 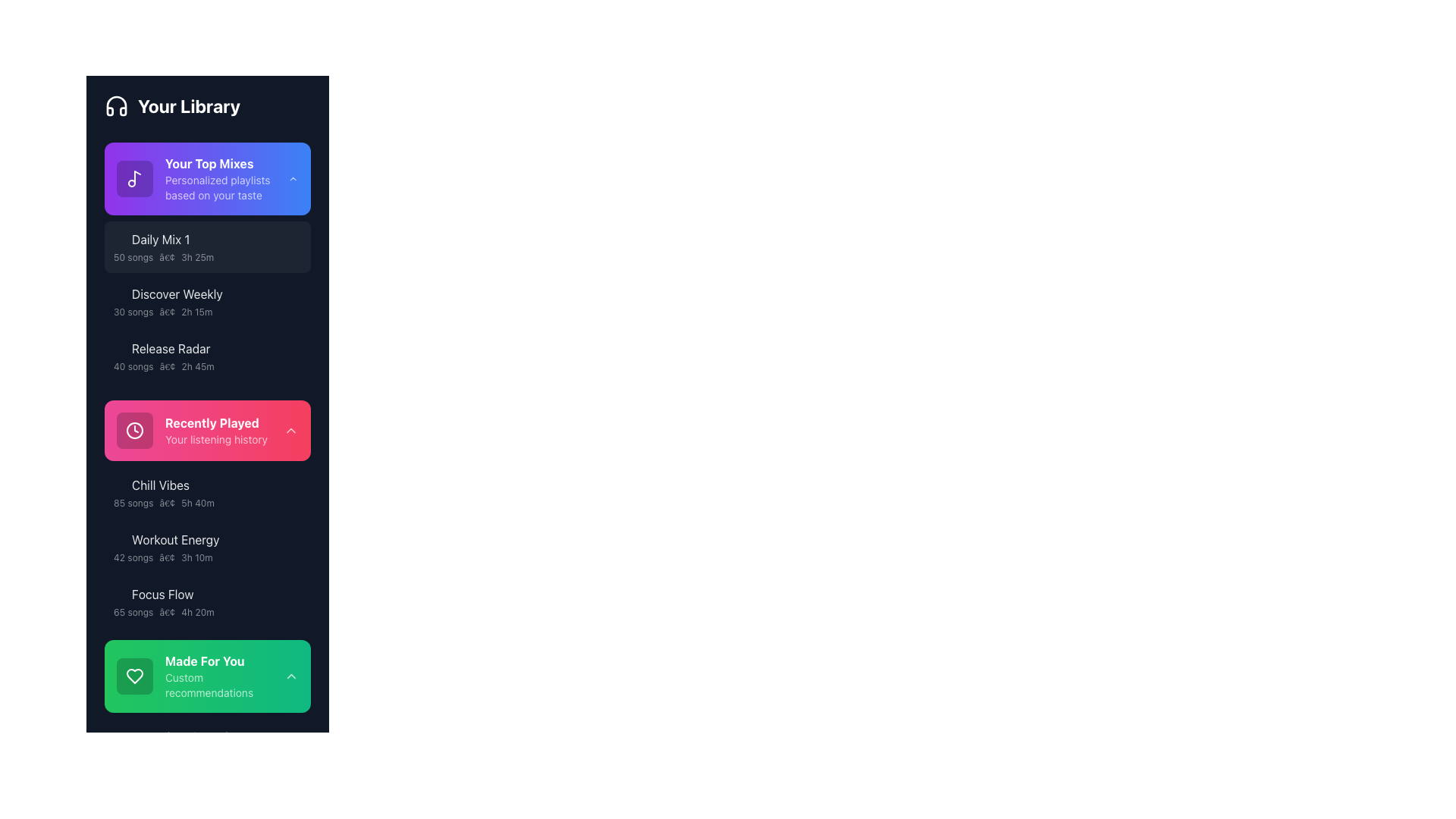 I want to click on the text label 'Focus Flow', which is the fifth item in the playlist menu, positioned below 'Workout Energy' and above 'Made For You', so click(x=162, y=593).